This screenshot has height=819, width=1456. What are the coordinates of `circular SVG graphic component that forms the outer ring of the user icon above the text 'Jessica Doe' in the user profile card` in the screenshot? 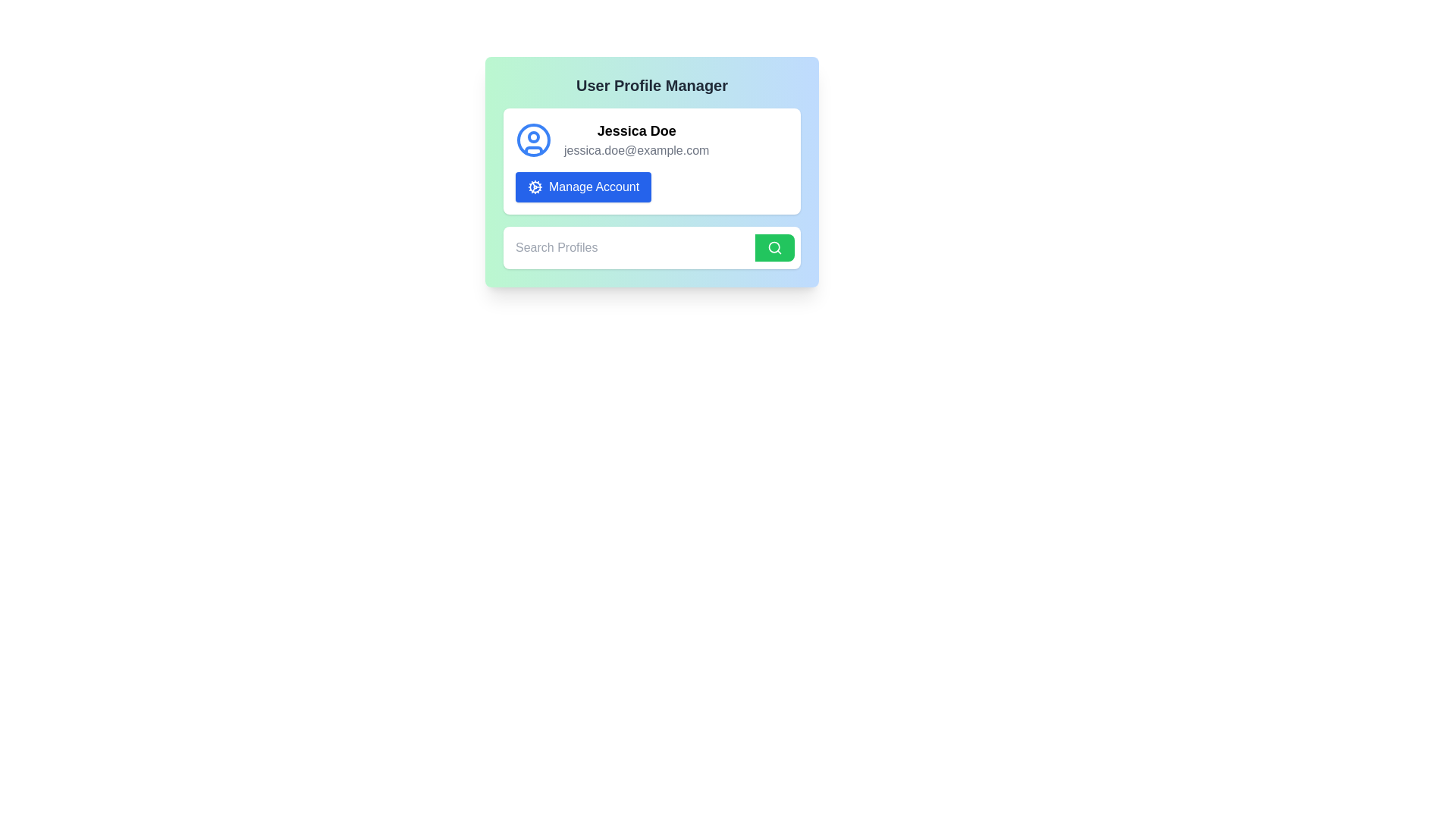 It's located at (534, 140).